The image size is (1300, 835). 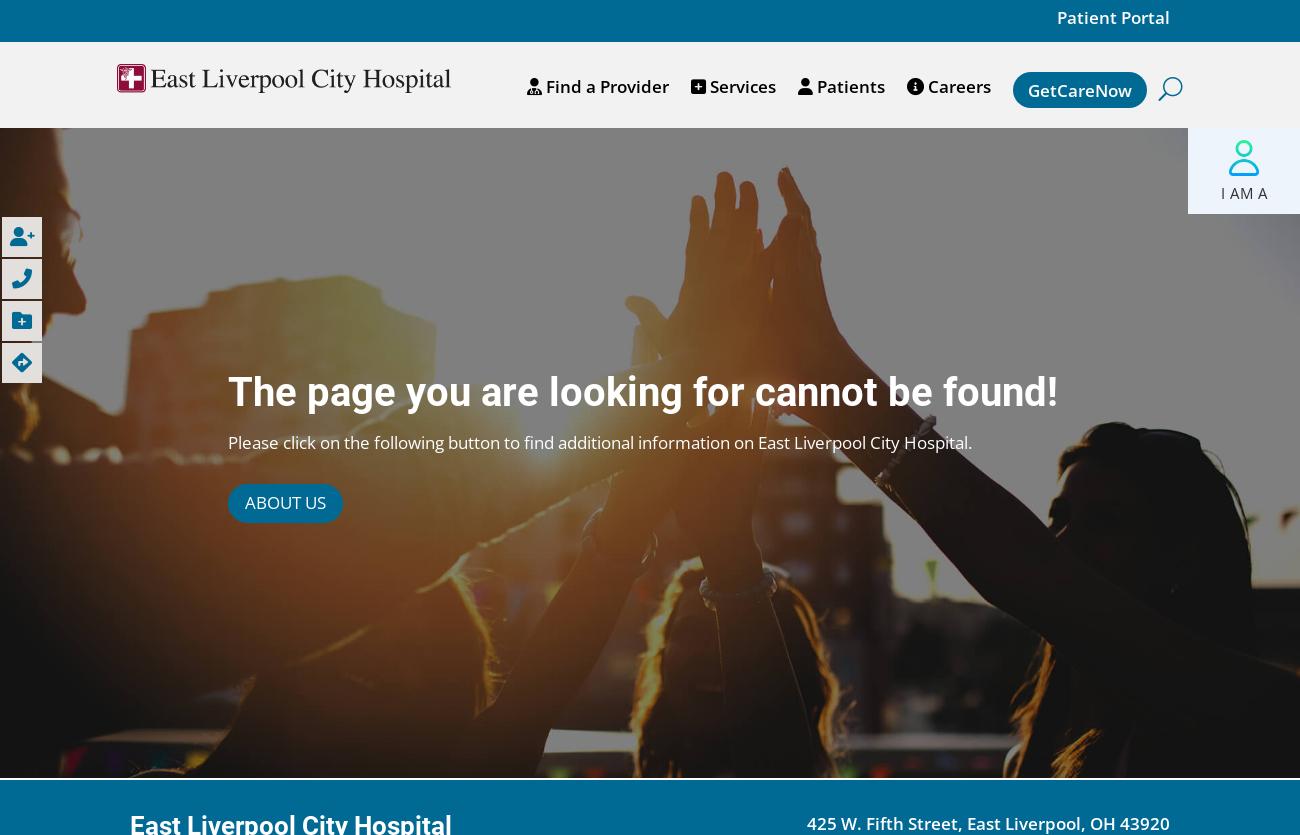 What do you see at coordinates (641, 391) in the screenshot?
I see `'The page you are looking for cannot be found!'` at bounding box center [641, 391].